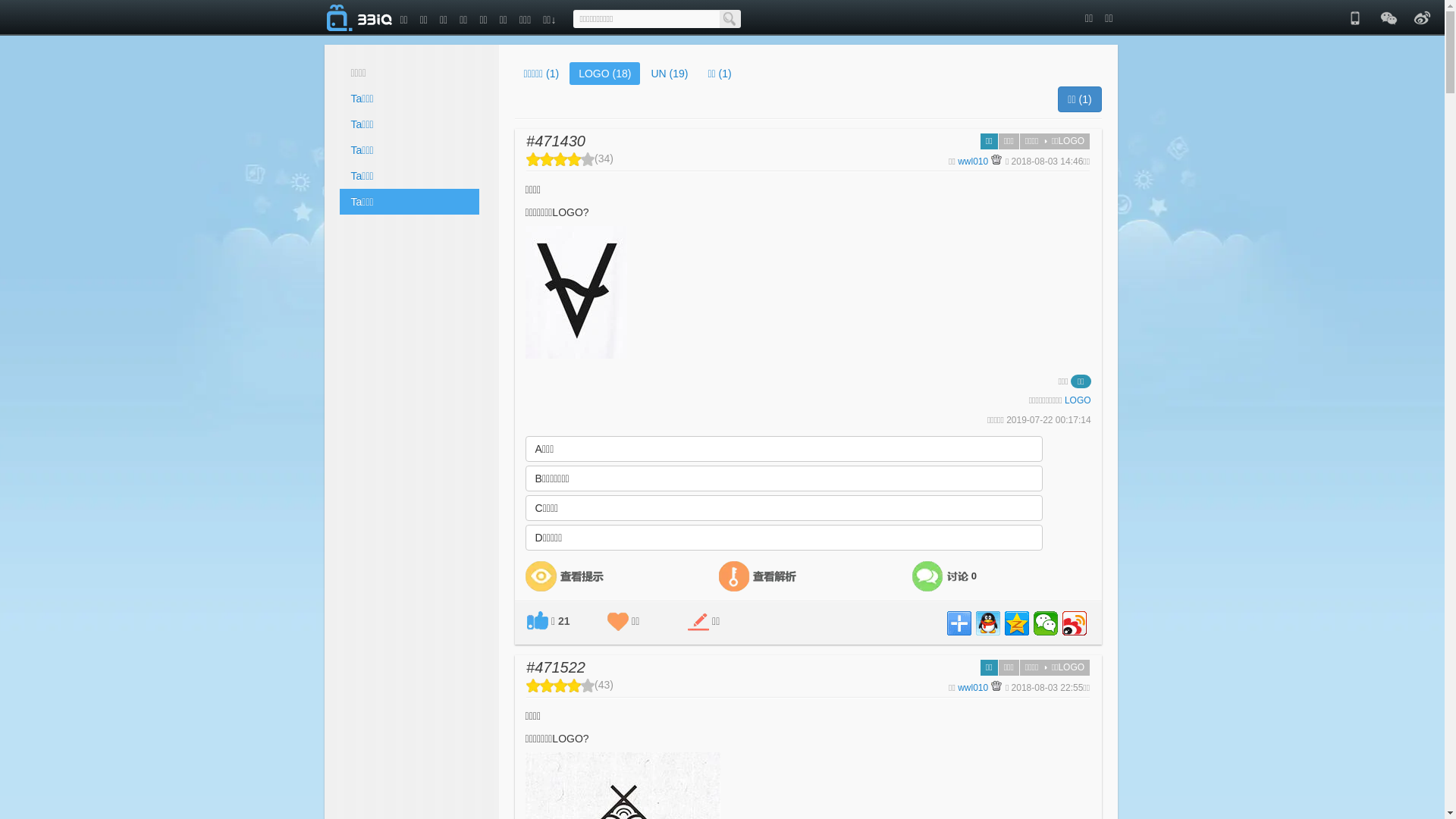  I want to click on 'UN (19)', so click(668, 73).